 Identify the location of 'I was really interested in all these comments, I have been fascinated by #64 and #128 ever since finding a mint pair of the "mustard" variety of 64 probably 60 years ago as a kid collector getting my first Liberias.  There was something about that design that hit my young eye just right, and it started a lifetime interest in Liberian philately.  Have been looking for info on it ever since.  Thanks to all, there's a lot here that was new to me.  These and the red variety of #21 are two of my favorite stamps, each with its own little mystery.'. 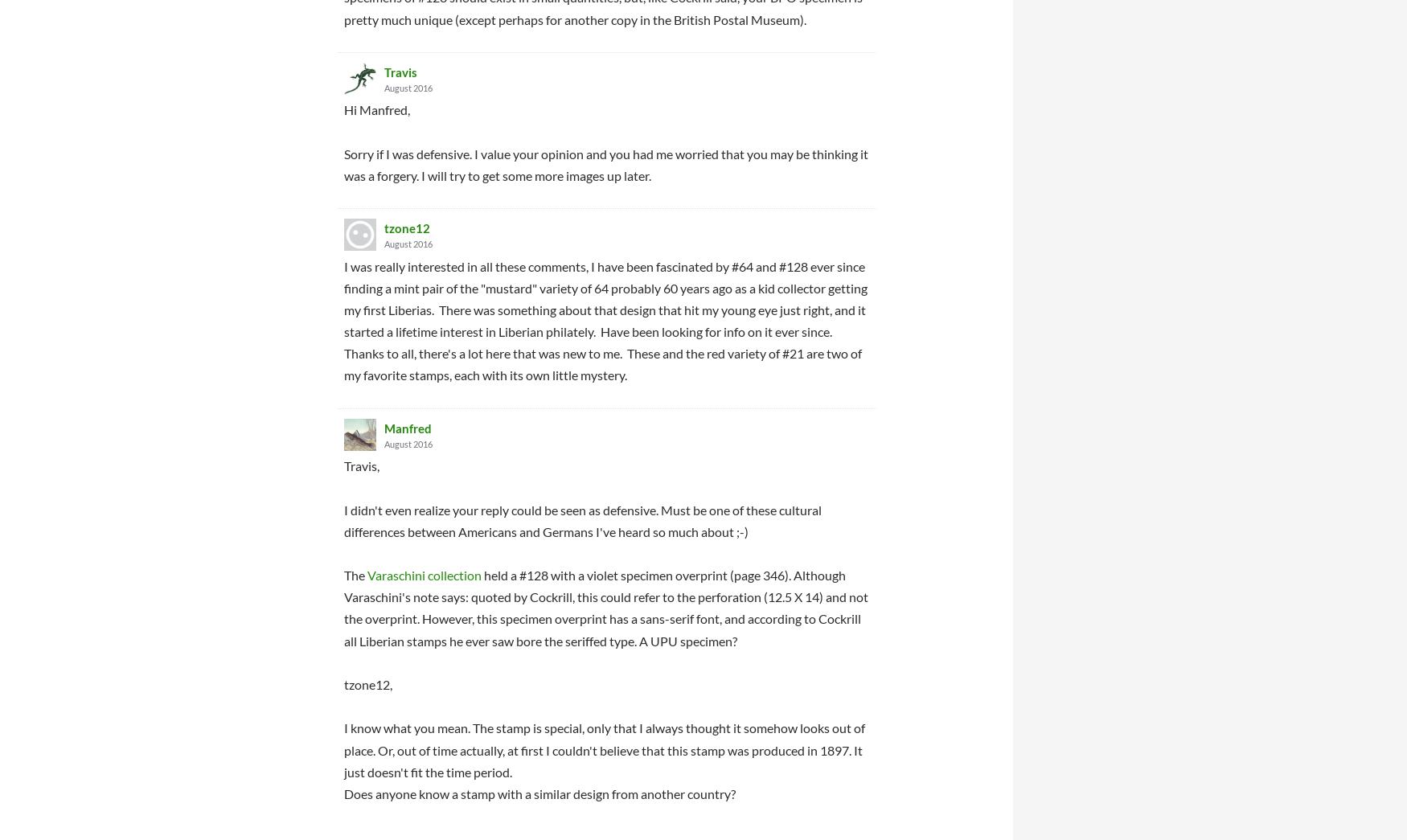
(605, 319).